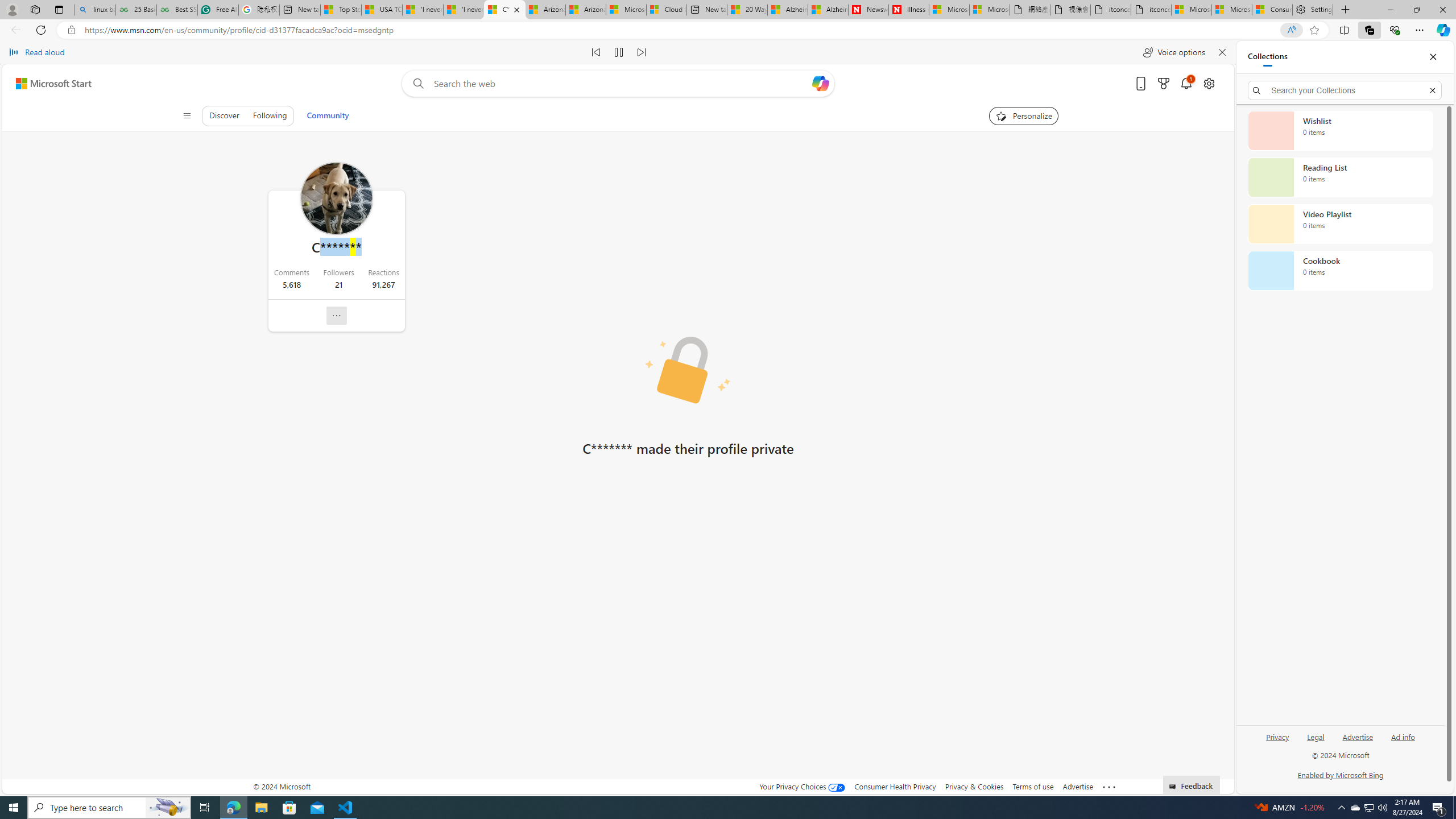 This screenshot has width=1456, height=819. I want to click on 'Your Privacy Choices', so click(802, 786).